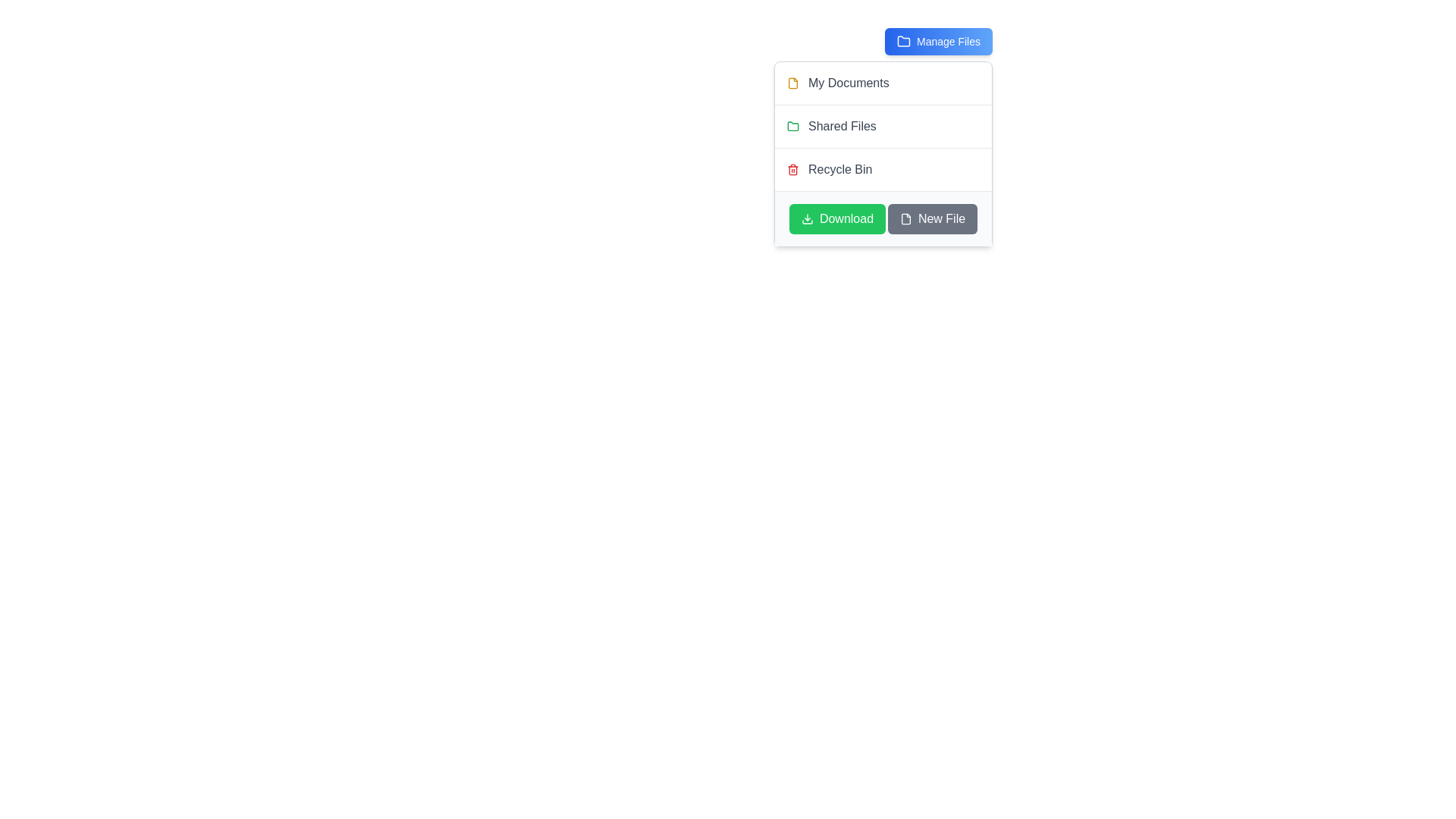 Image resolution: width=1456 pixels, height=819 pixels. Describe the element at coordinates (792, 83) in the screenshot. I see `the document icon located at the top-left section of the 'Manage Files' dropdown panel, which serves as a visual aid for identifying document content` at that location.